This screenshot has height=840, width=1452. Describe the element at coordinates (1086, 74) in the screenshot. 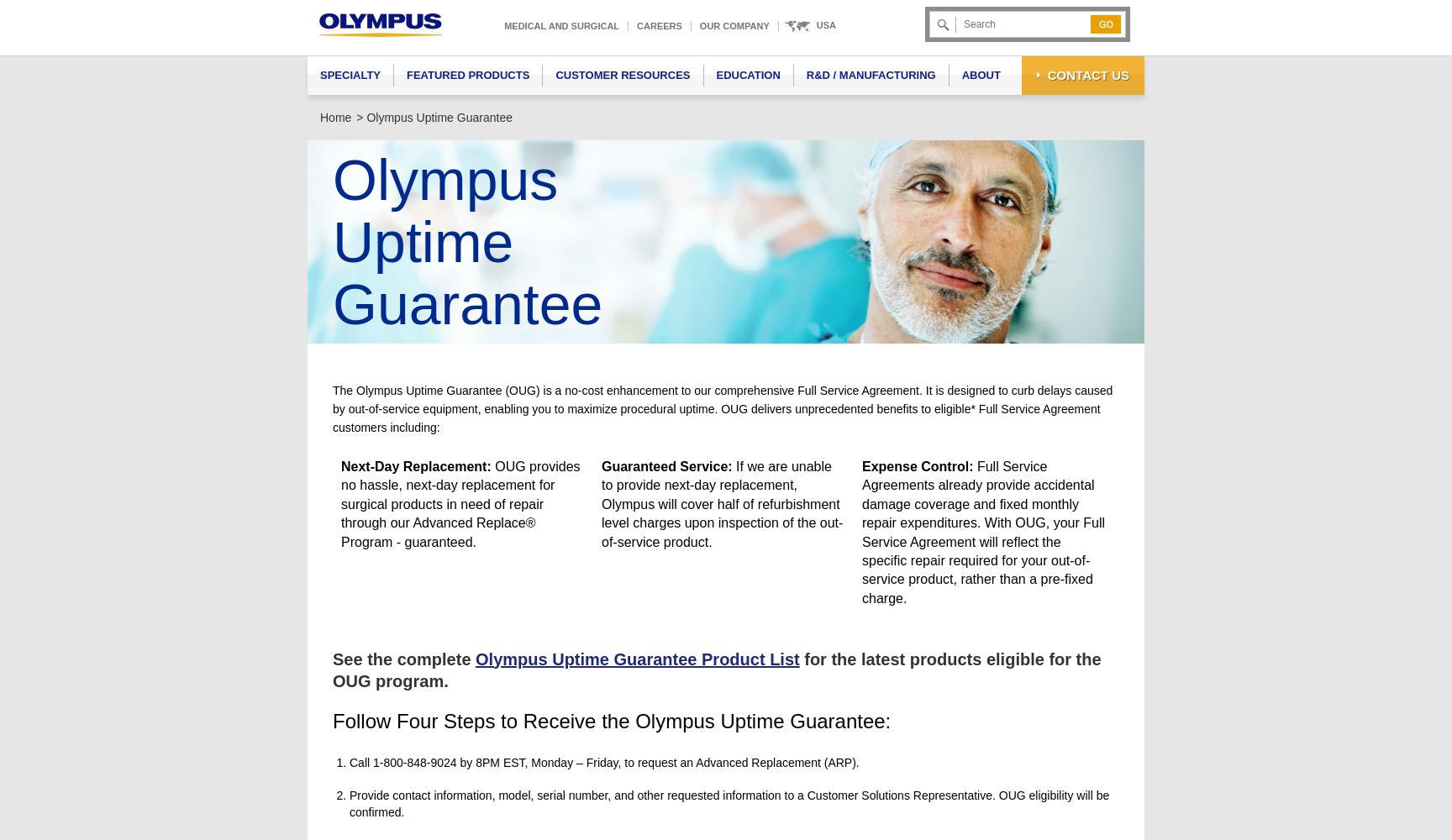

I see `'Contact Us'` at that location.